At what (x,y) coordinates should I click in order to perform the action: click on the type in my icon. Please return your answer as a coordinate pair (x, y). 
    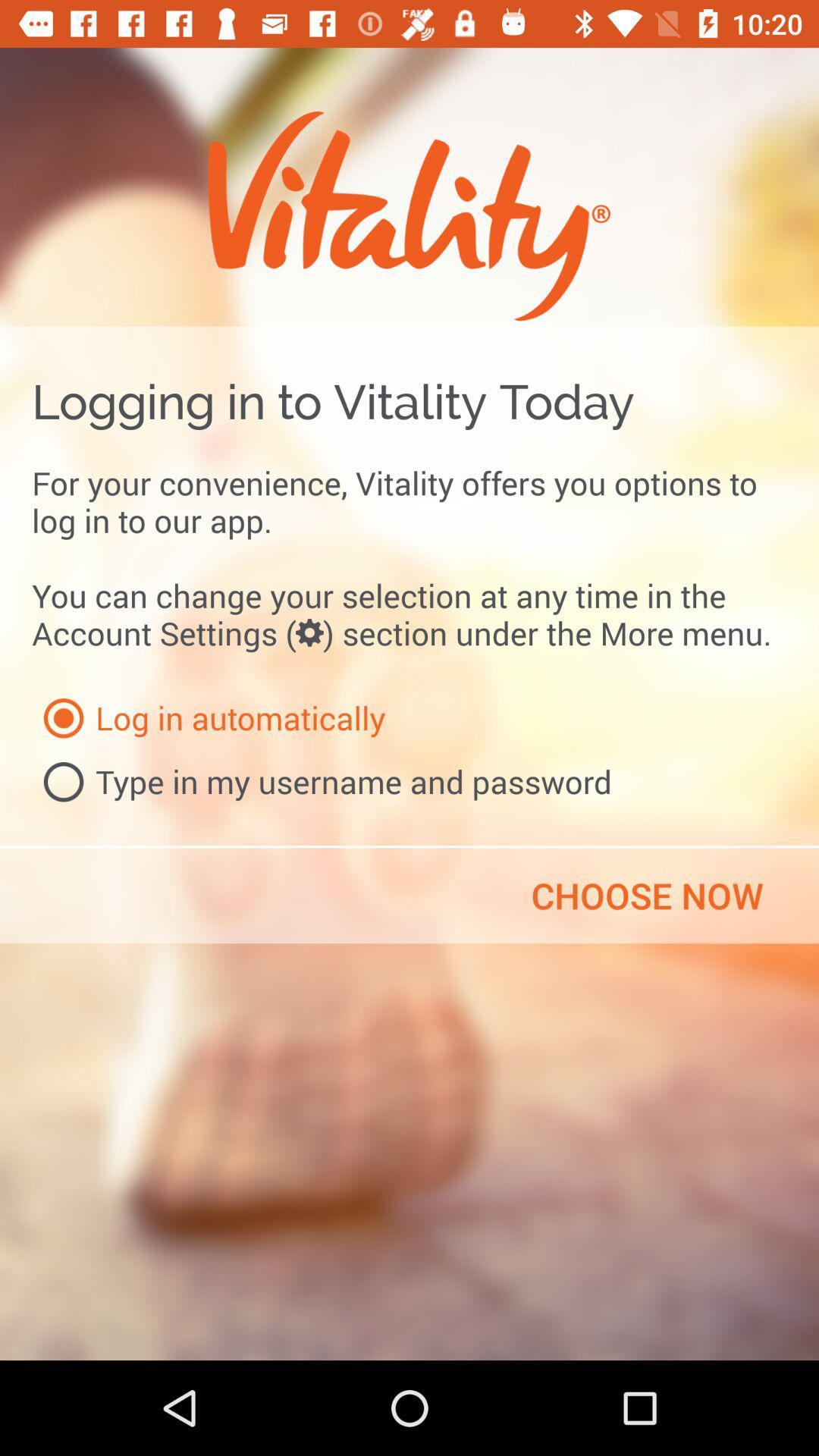
    Looking at the image, I should click on (321, 782).